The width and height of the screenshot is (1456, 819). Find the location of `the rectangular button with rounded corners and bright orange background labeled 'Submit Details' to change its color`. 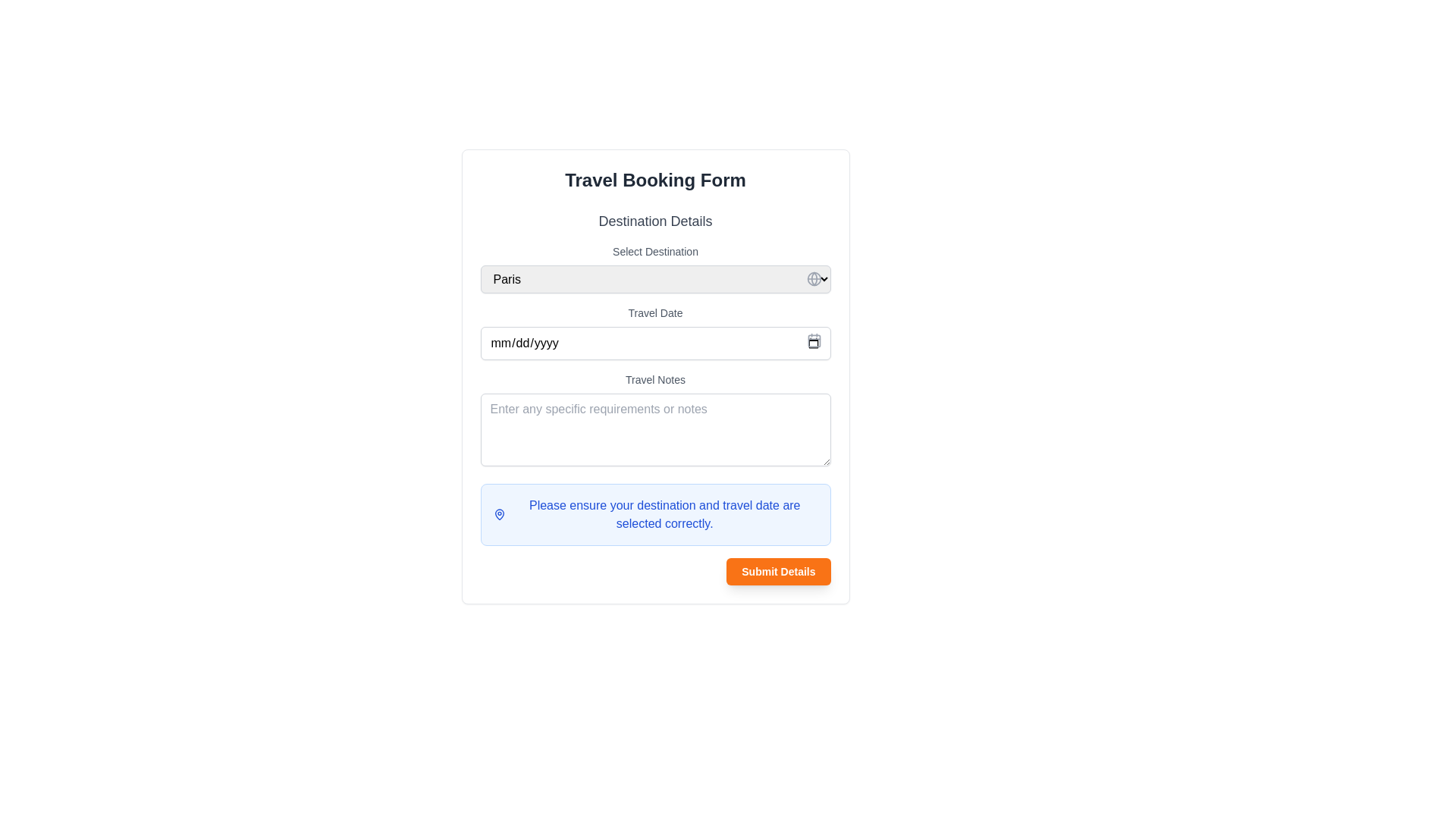

the rectangular button with rounded corners and bright orange background labeled 'Submit Details' to change its color is located at coordinates (778, 571).